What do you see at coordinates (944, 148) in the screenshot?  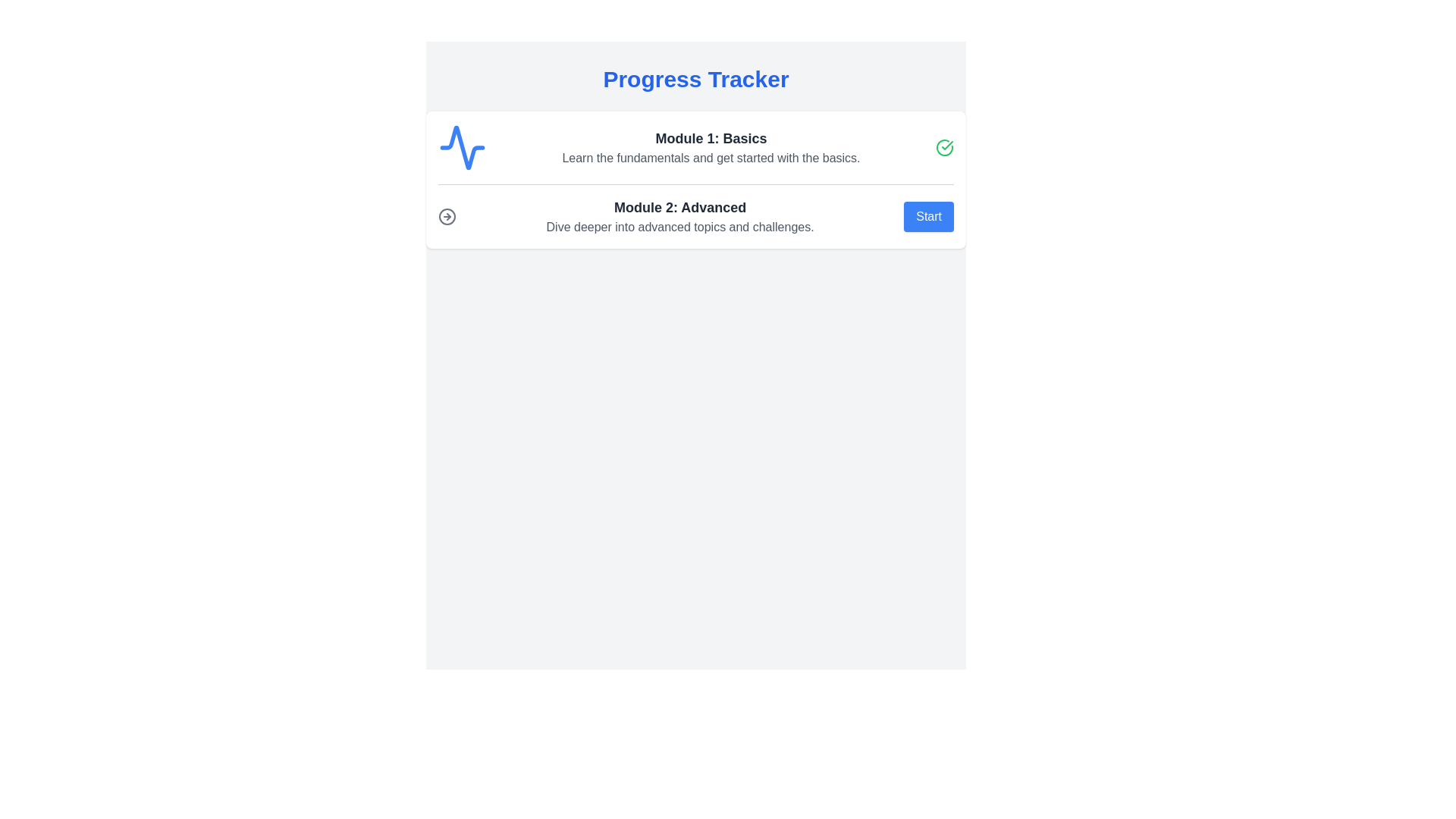 I see `the completion indicator icon located in the top-right corner of 'Module 1: Basics'` at bounding box center [944, 148].